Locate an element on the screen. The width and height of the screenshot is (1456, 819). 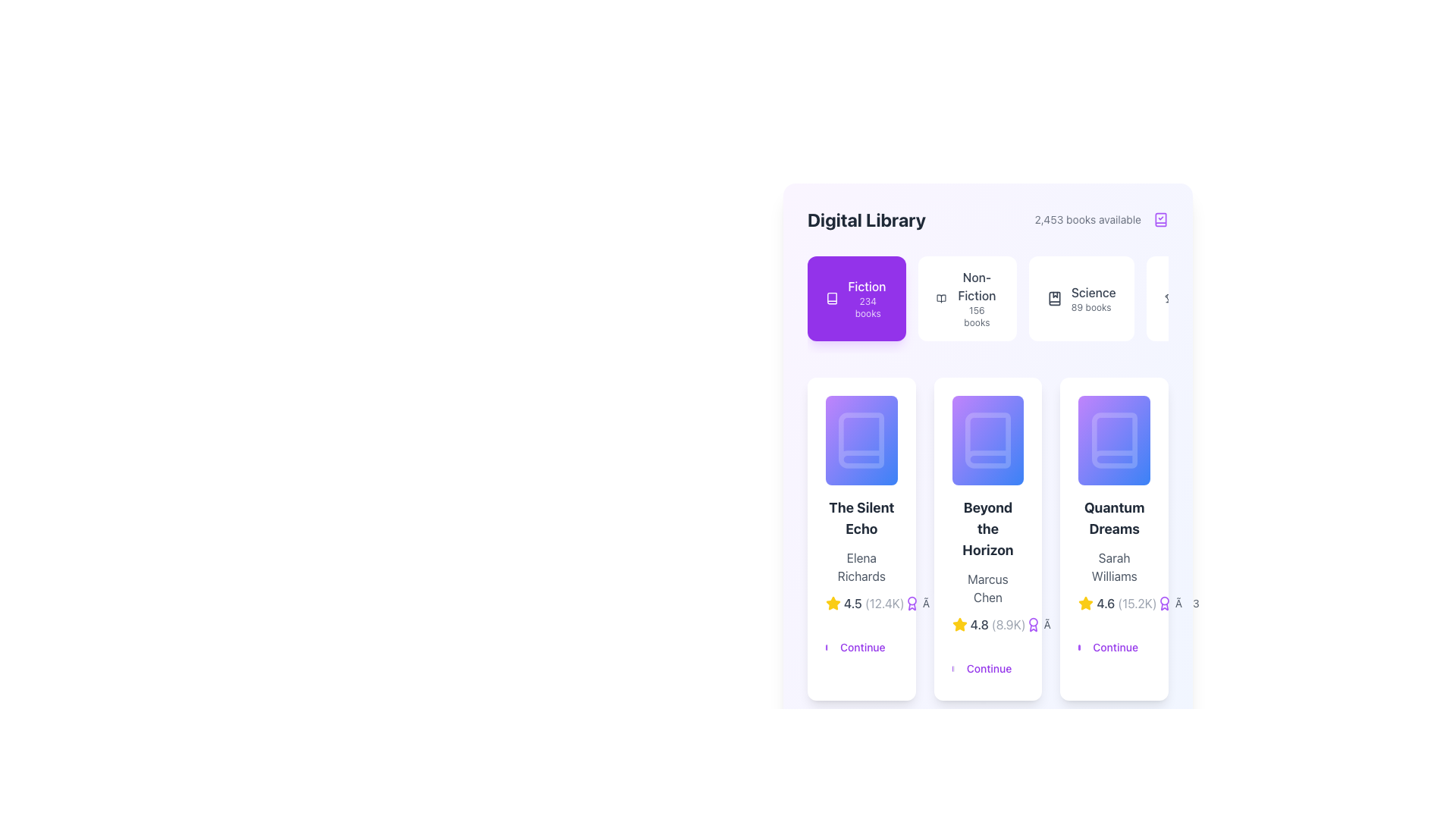
the 'Non-Fiction' category tag element in the Digital Library section is located at coordinates (987, 304).